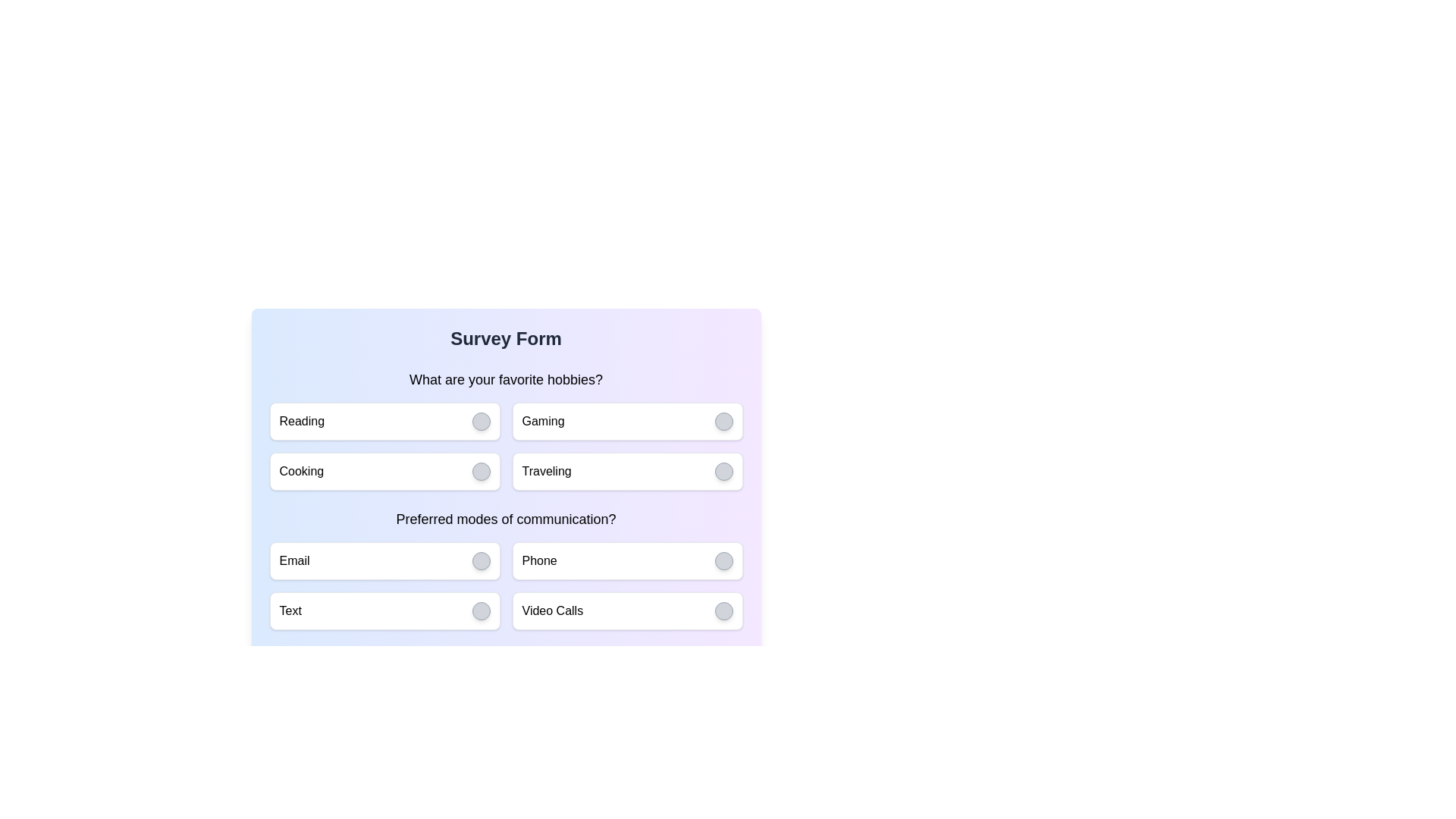 The width and height of the screenshot is (1456, 819). What do you see at coordinates (480, 421) in the screenshot?
I see `the radio button for 'Reading', which is a small circular button with a gray background located to the left of the labeled text 'Reading'` at bounding box center [480, 421].